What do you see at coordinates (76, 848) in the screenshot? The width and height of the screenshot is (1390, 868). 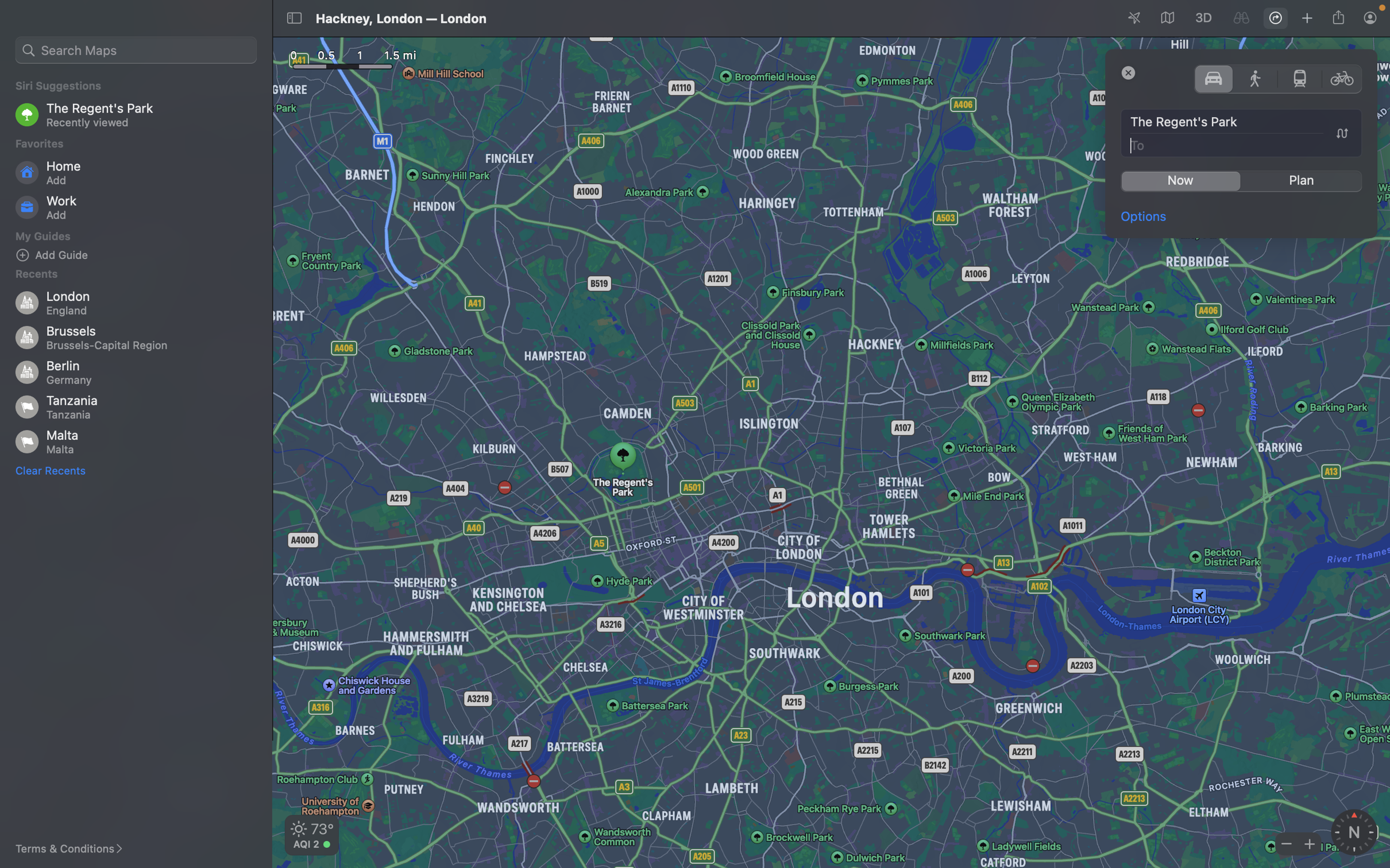 I see `and click on the link labelled "terms & conditions" to inspect them` at bounding box center [76, 848].